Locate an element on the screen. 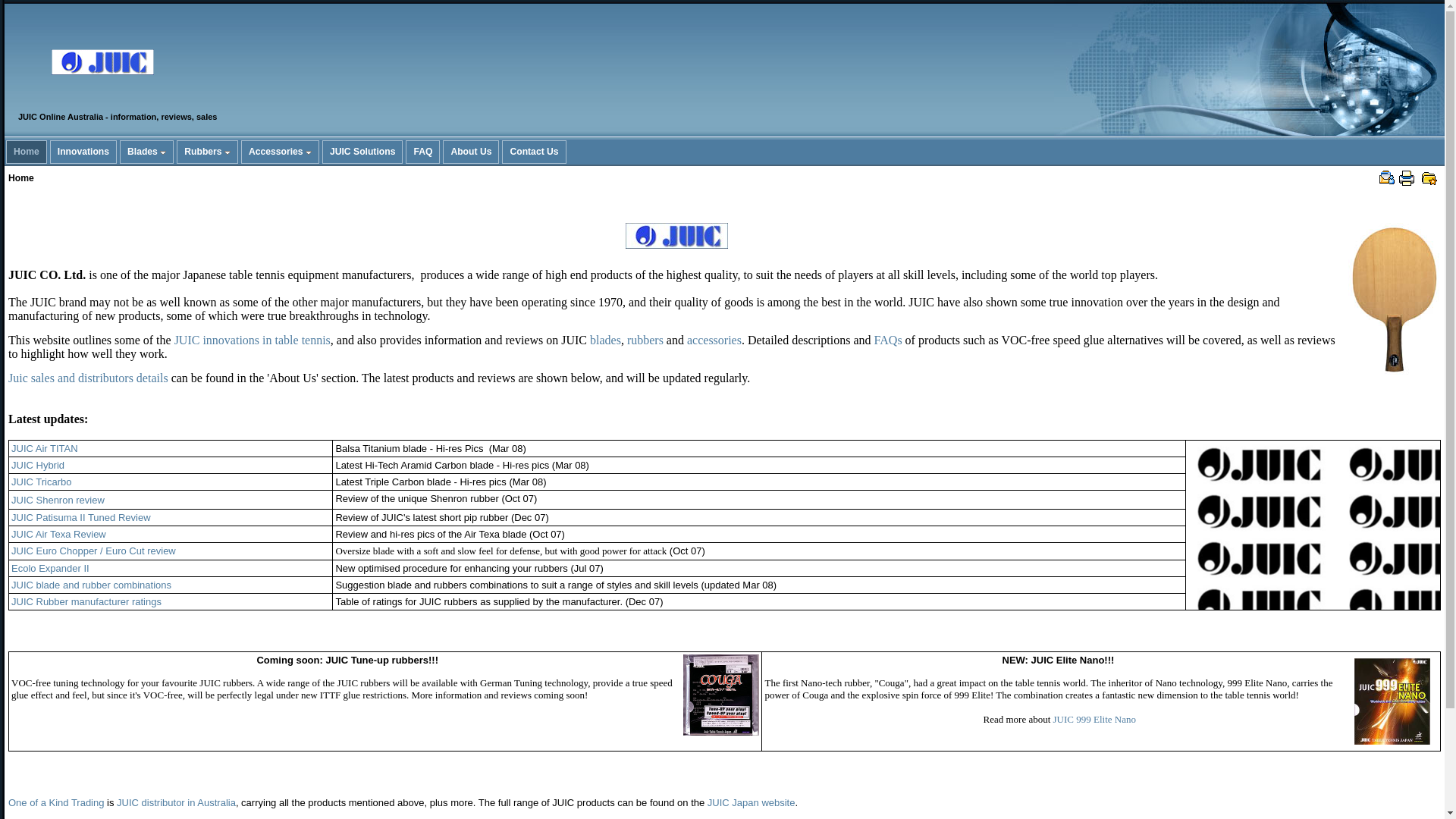 The width and height of the screenshot is (1456, 819). 'JUIC Euro Chopper / Euro Cut review' is located at coordinates (93, 551).